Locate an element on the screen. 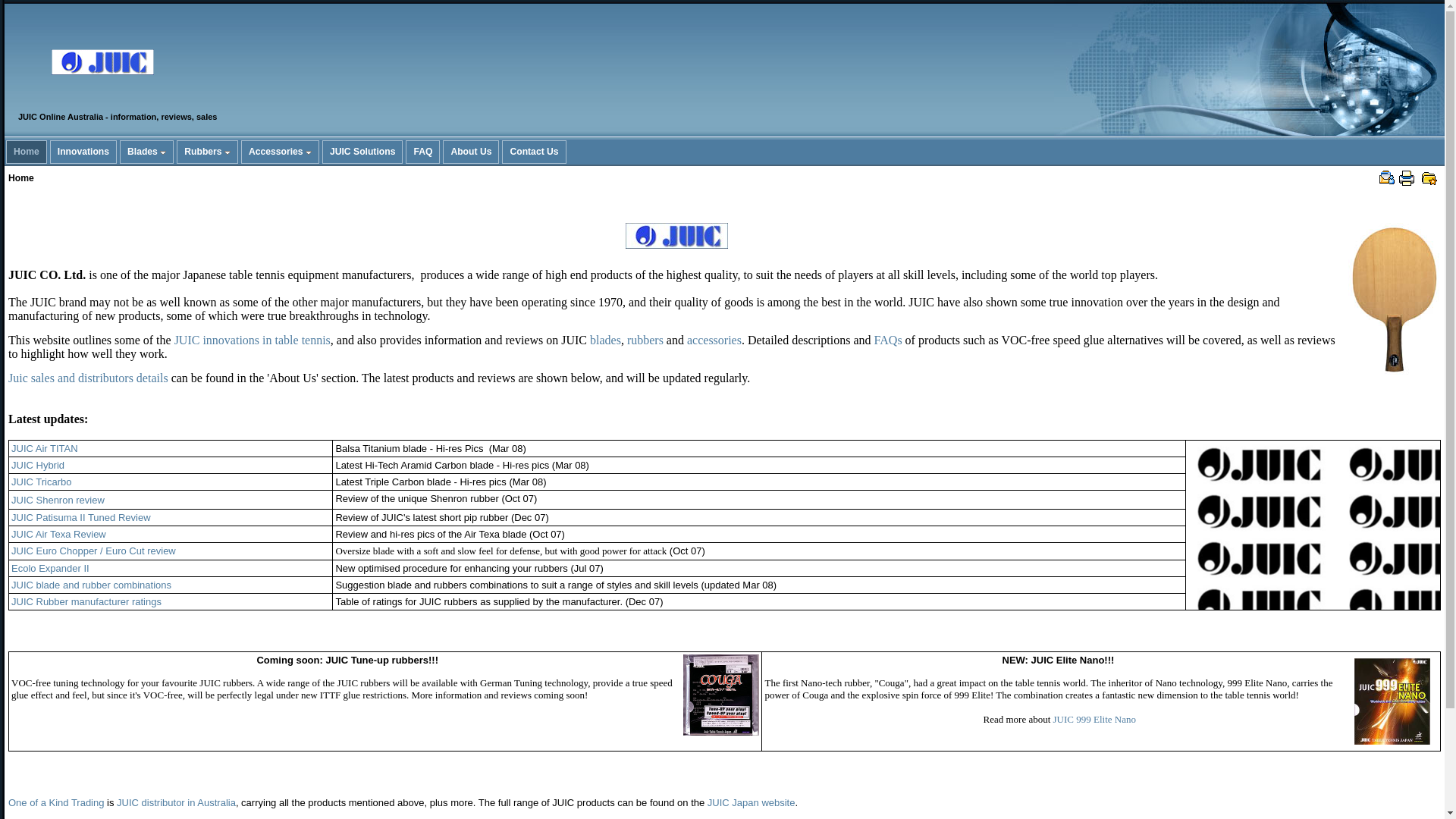 The width and height of the screenshot is (1456, 819). 'JUIC Euro Chopper / Euro Cut review' is located at coordinates (93, 551).